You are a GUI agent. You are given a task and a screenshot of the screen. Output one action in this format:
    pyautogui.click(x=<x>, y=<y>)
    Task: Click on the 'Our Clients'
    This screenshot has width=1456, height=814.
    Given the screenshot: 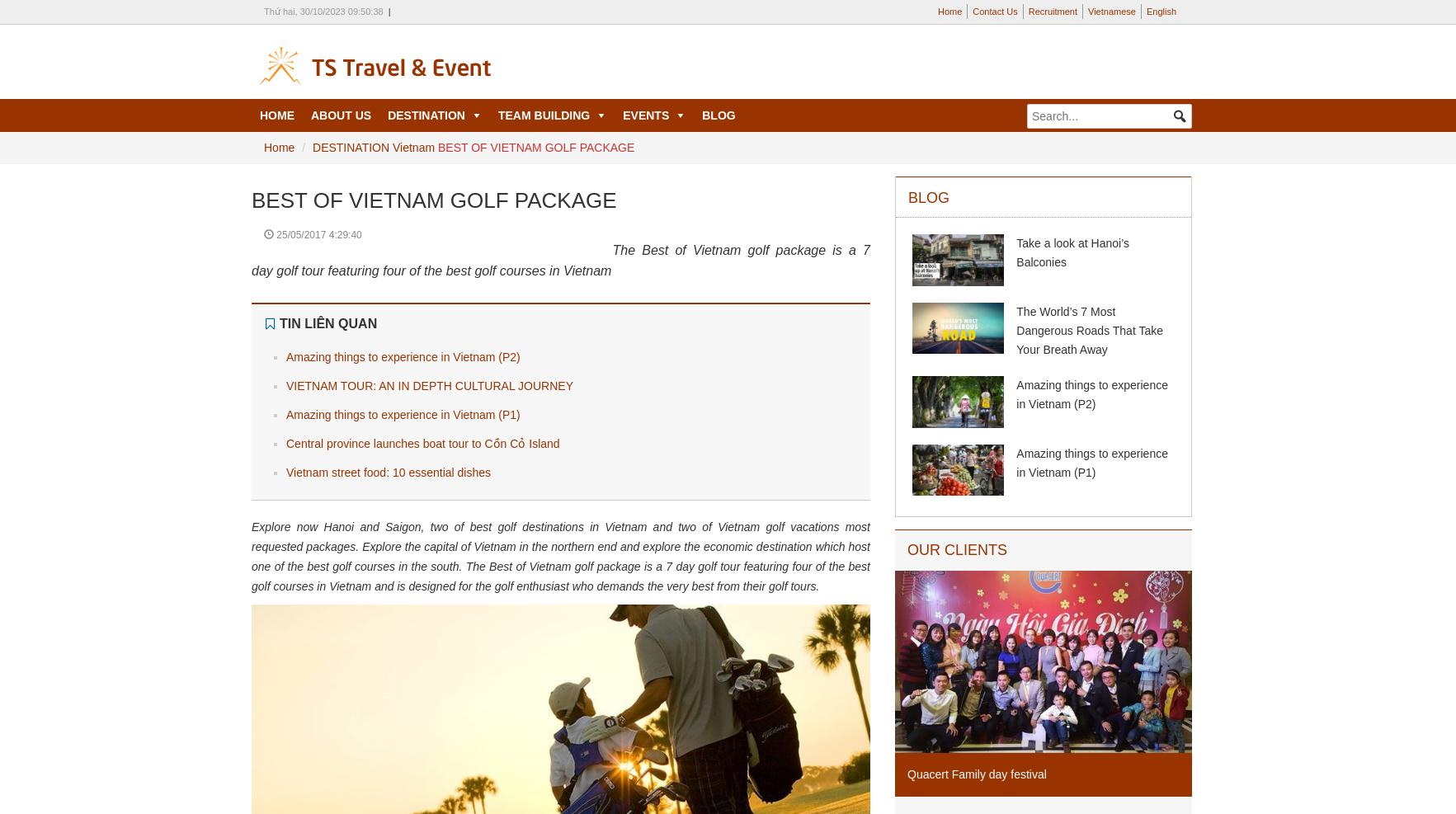 What is the action you would take?
    pyautogui.click(x=957, y=550)
    